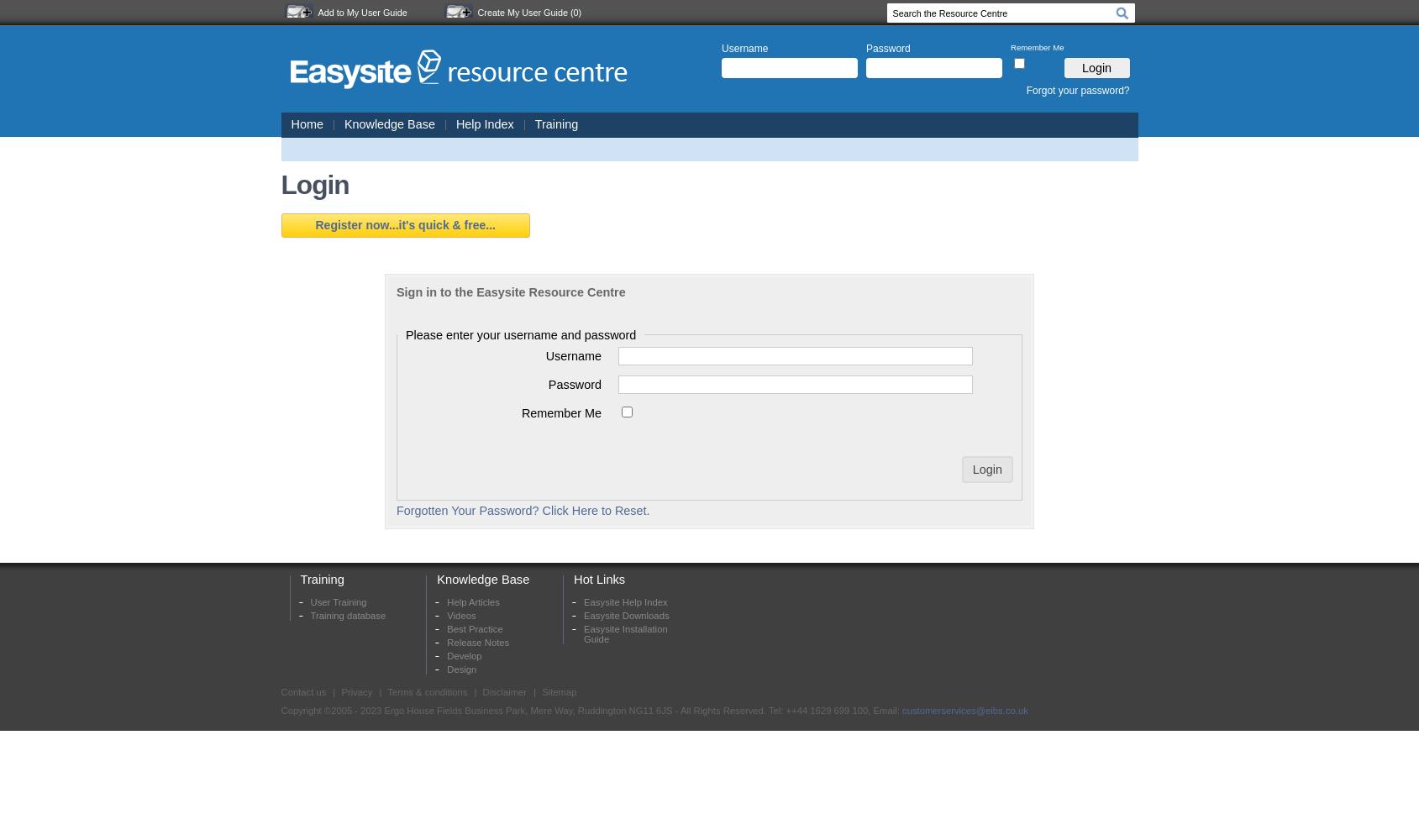 Image resolution: width=1419 pixels, height=840 pixels. I want to click on 'Sitemap', so click(559, 691).